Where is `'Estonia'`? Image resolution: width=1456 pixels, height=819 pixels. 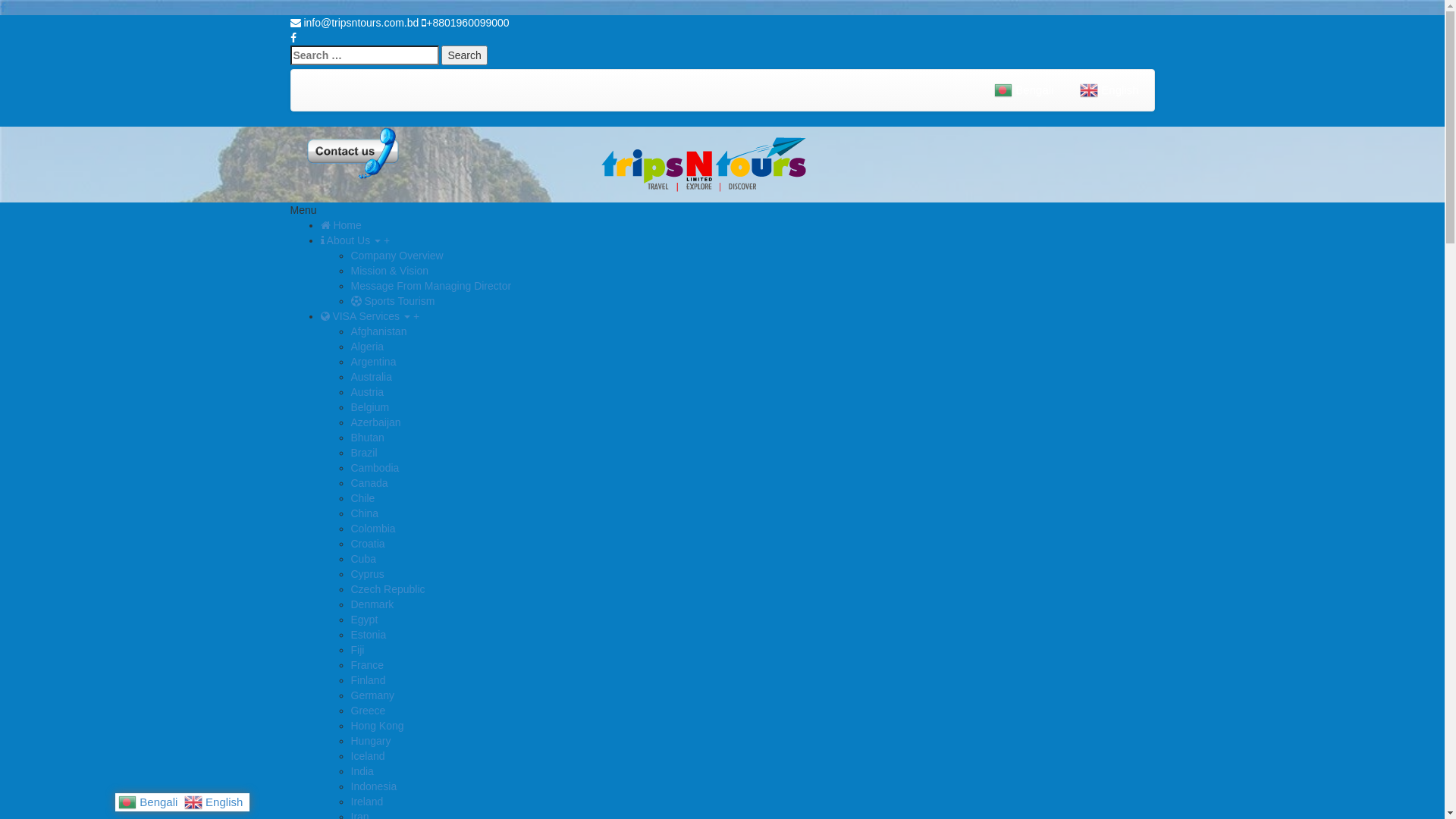 'Estonia' is located at coordinates (349, 635).